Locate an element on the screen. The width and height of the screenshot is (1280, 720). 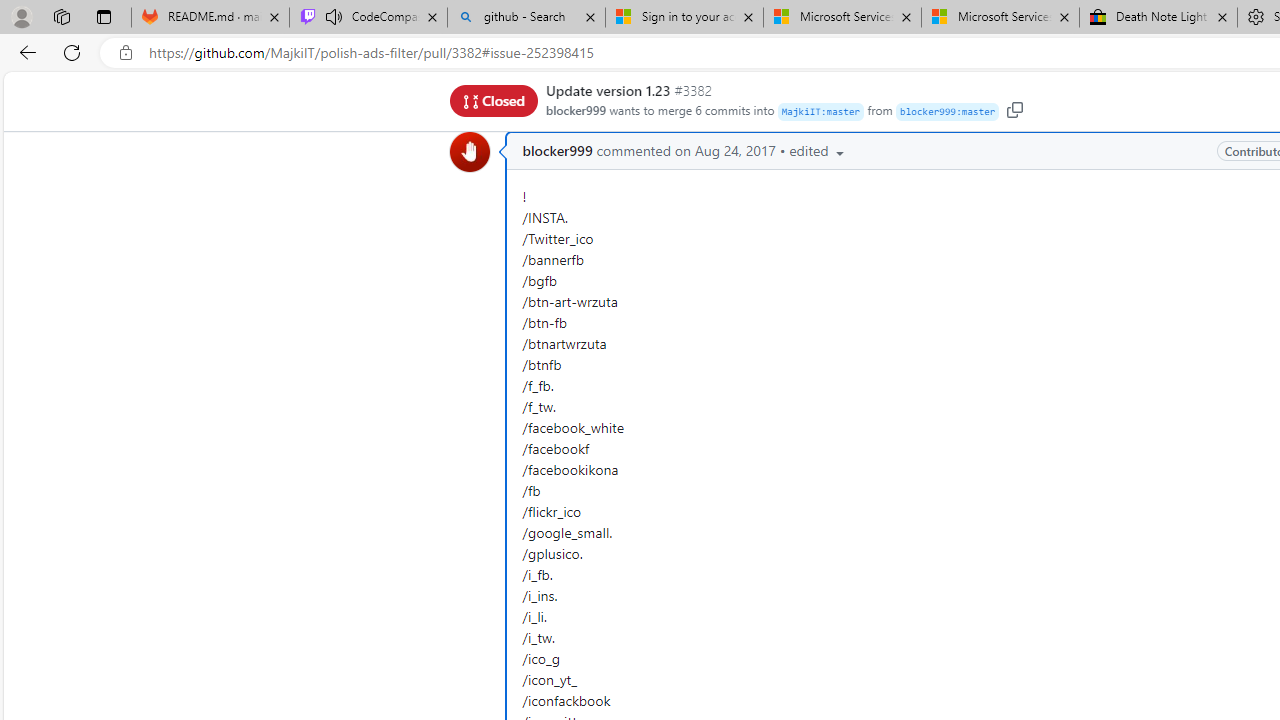
'Mute tab' is located at coordinates (334, 16).